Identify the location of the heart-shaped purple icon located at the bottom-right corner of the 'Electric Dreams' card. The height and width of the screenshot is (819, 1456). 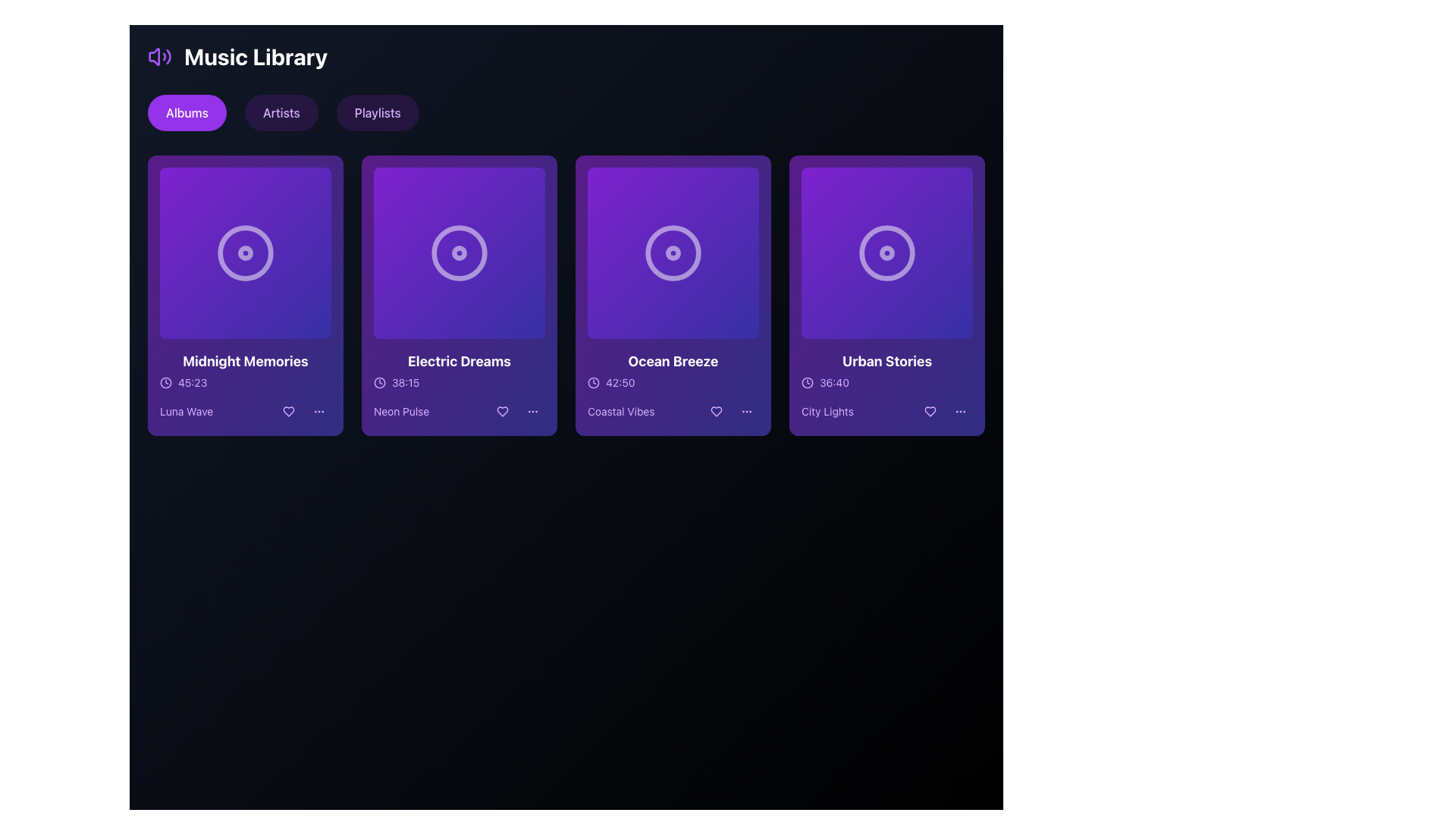
(502, 412).